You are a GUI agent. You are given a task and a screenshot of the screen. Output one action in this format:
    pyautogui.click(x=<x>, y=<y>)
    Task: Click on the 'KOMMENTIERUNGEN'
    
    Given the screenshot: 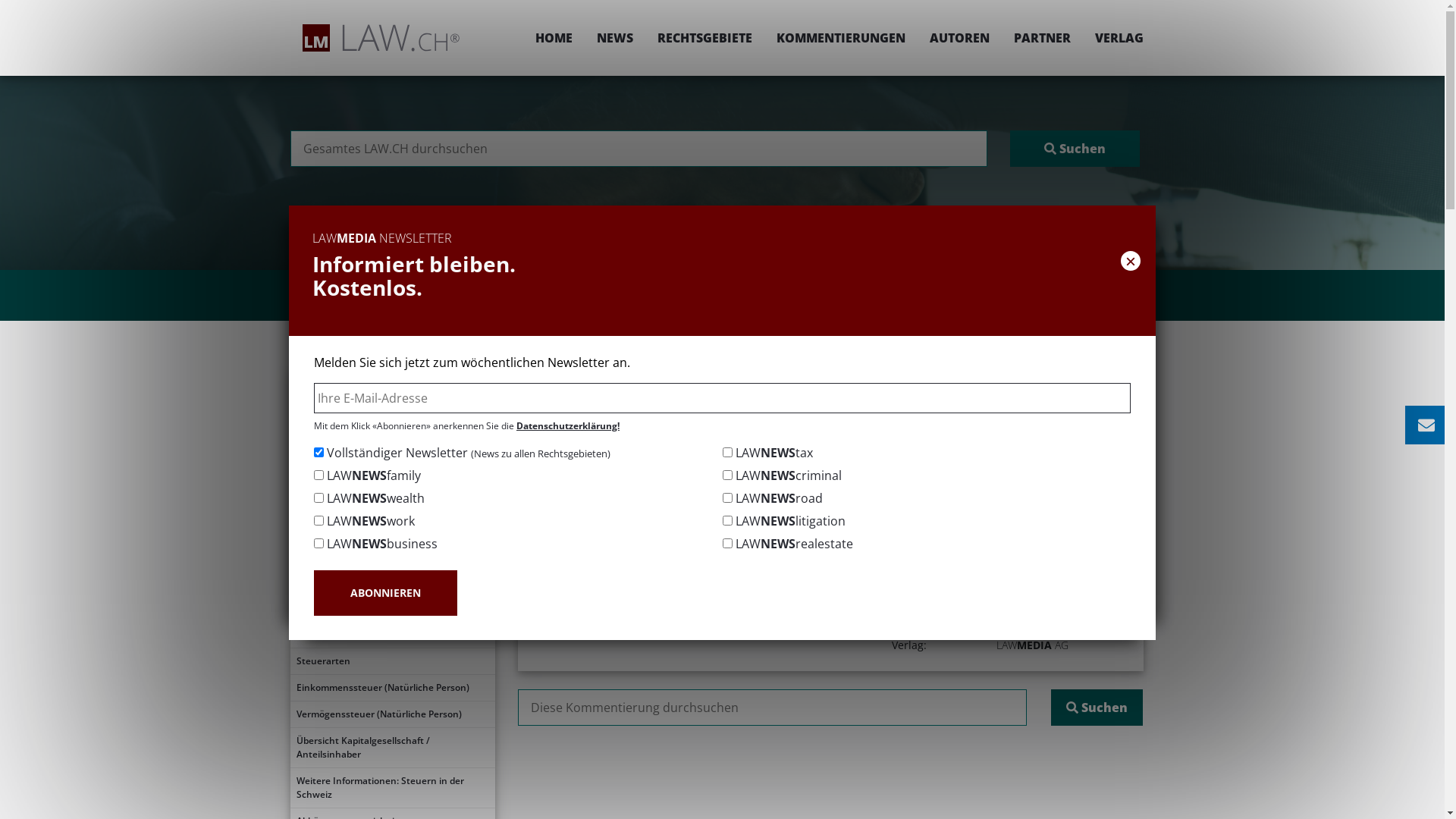 What is the action you would take?
    pyautogui.click(x=839, y=37)
    